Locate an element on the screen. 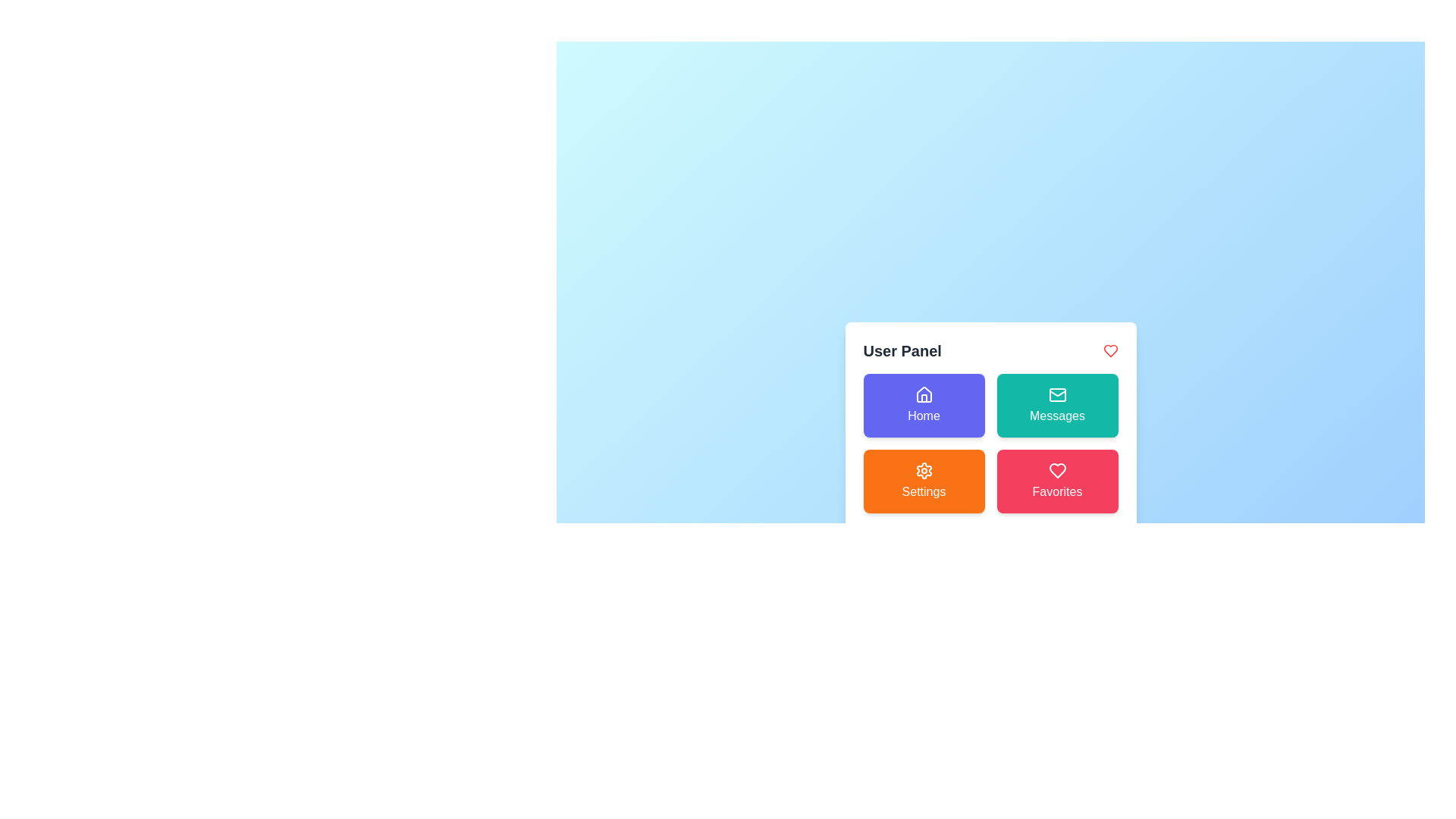 The width and height of the screenshot is (1456, 819). the 'Home' button, which is a rectangular button with a light blue background and a white house icon above the text 'Home' in white, located in the top-left corner of the grid within the 'User Panel' is located at coordinates (923, 405).